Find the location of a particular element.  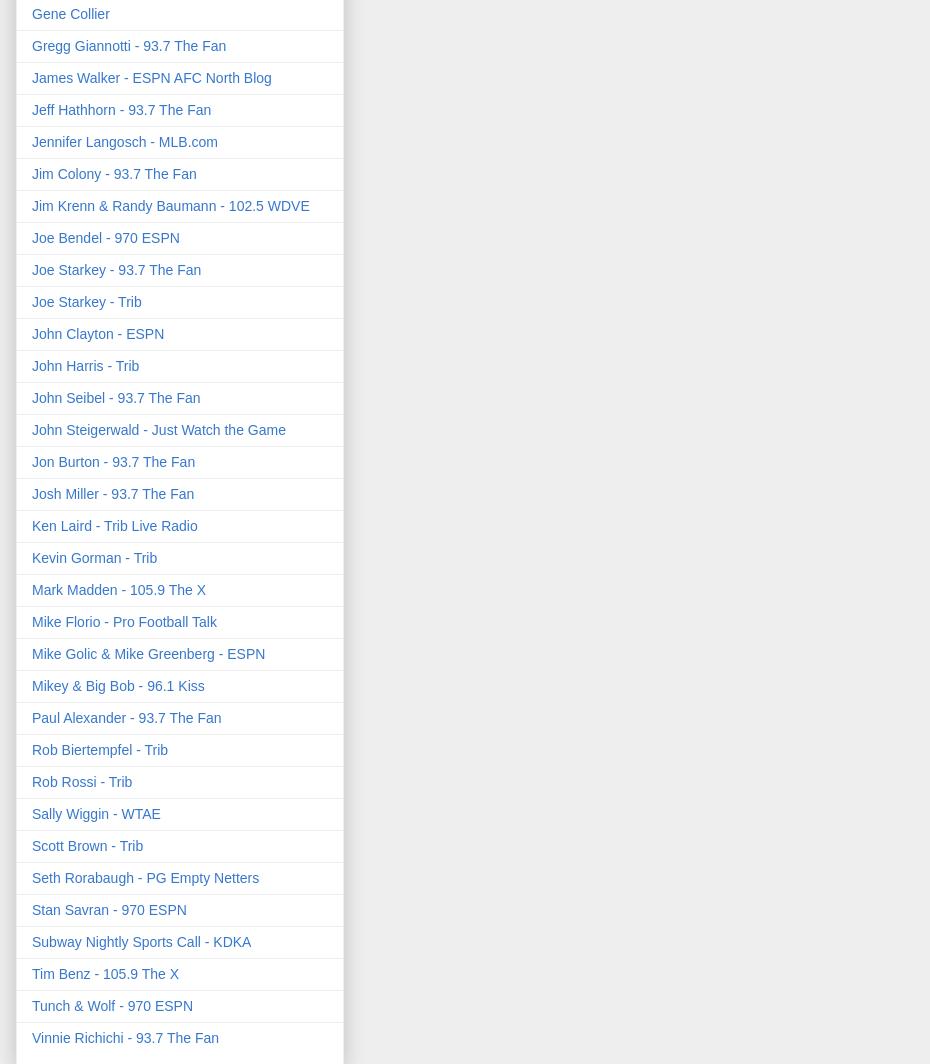

'Paul Alexander - 93.7 The Fan' is located at coordinates (126, 717).